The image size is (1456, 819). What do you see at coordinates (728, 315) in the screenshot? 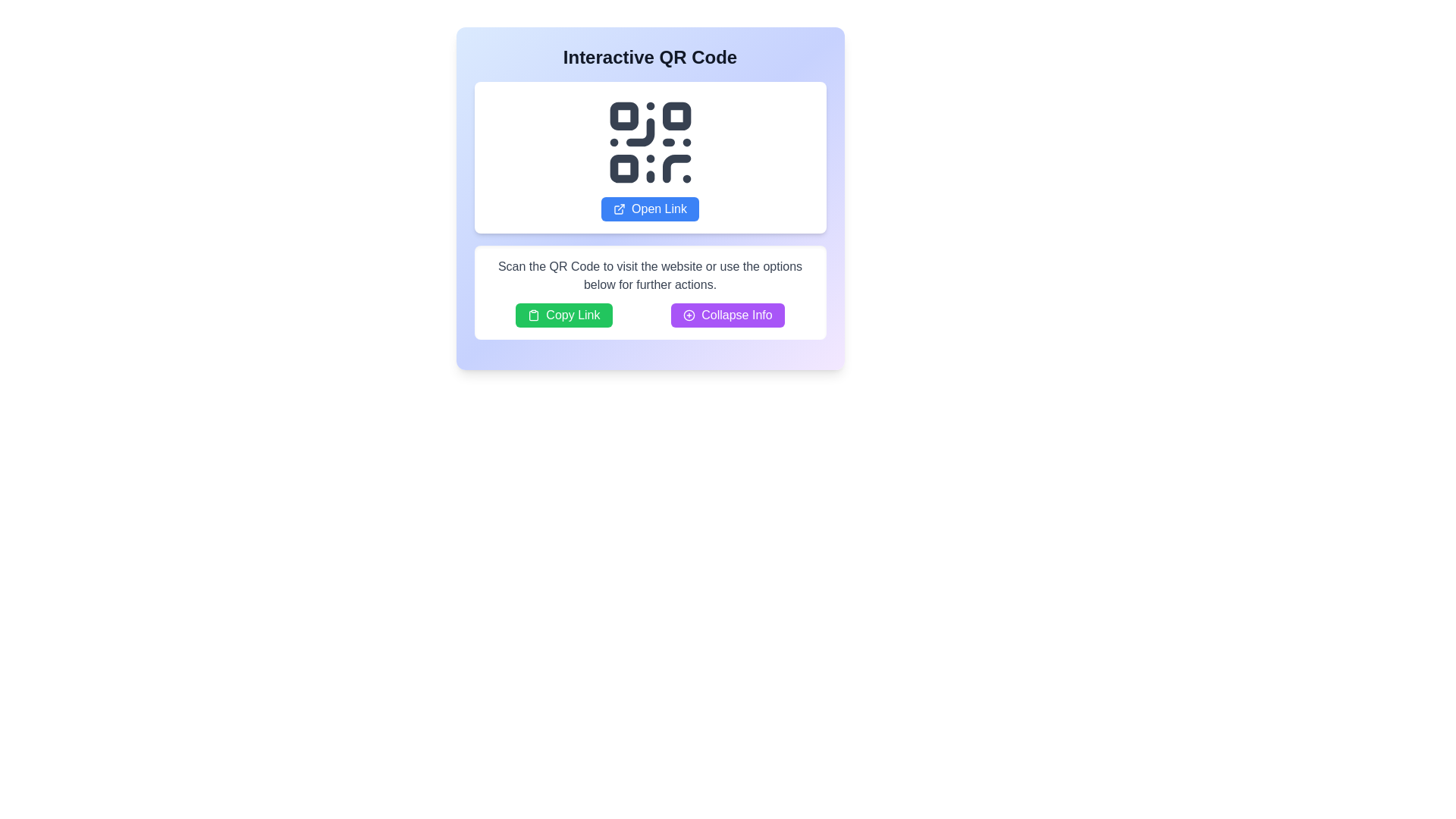
I see `the rectangular button with a vibrant purple background and white text that reads 'Collapse Info'` at bounding box center [728, 315].